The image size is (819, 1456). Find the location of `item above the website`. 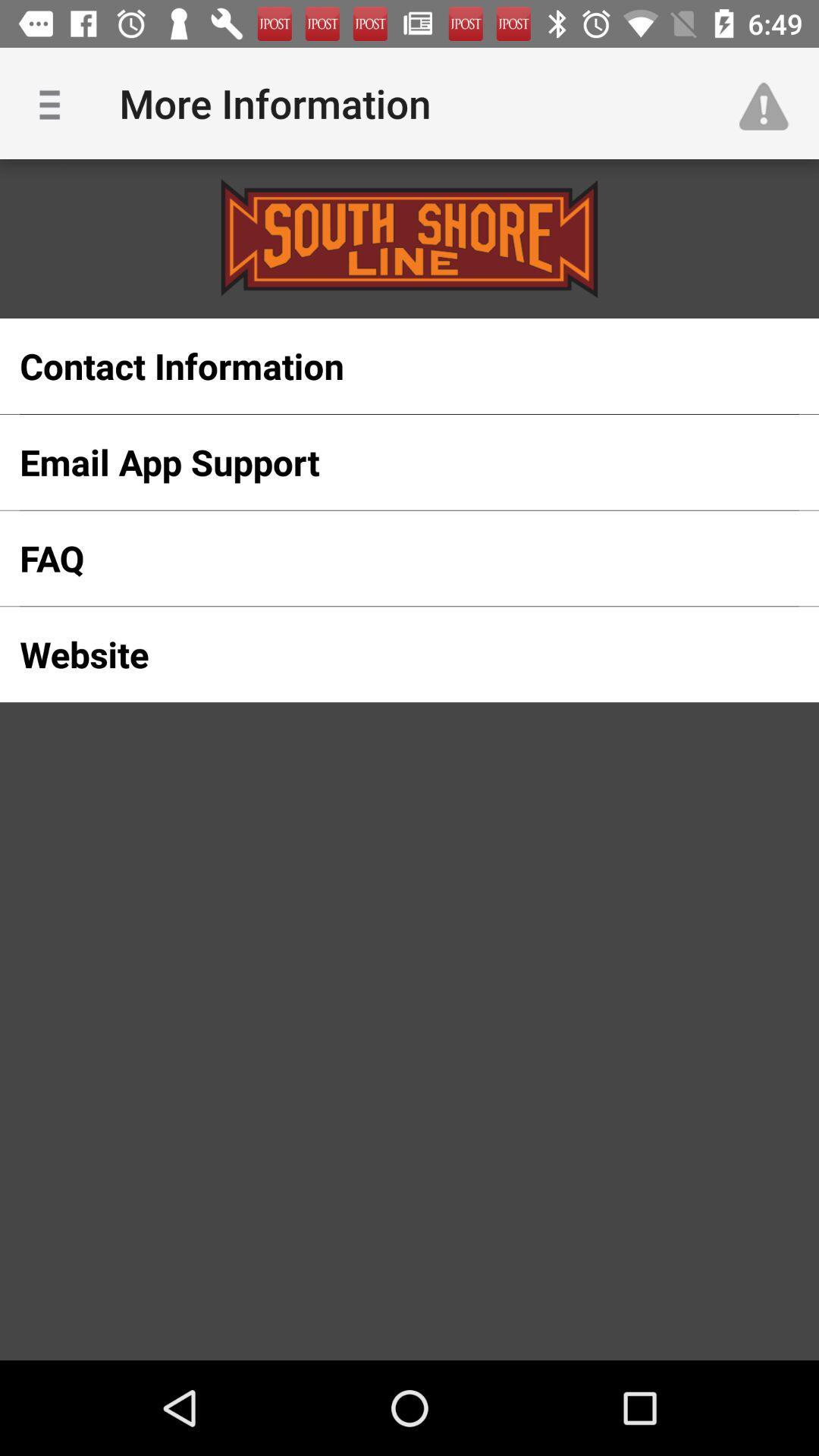

item above the website is located at coordinates (384, 557).